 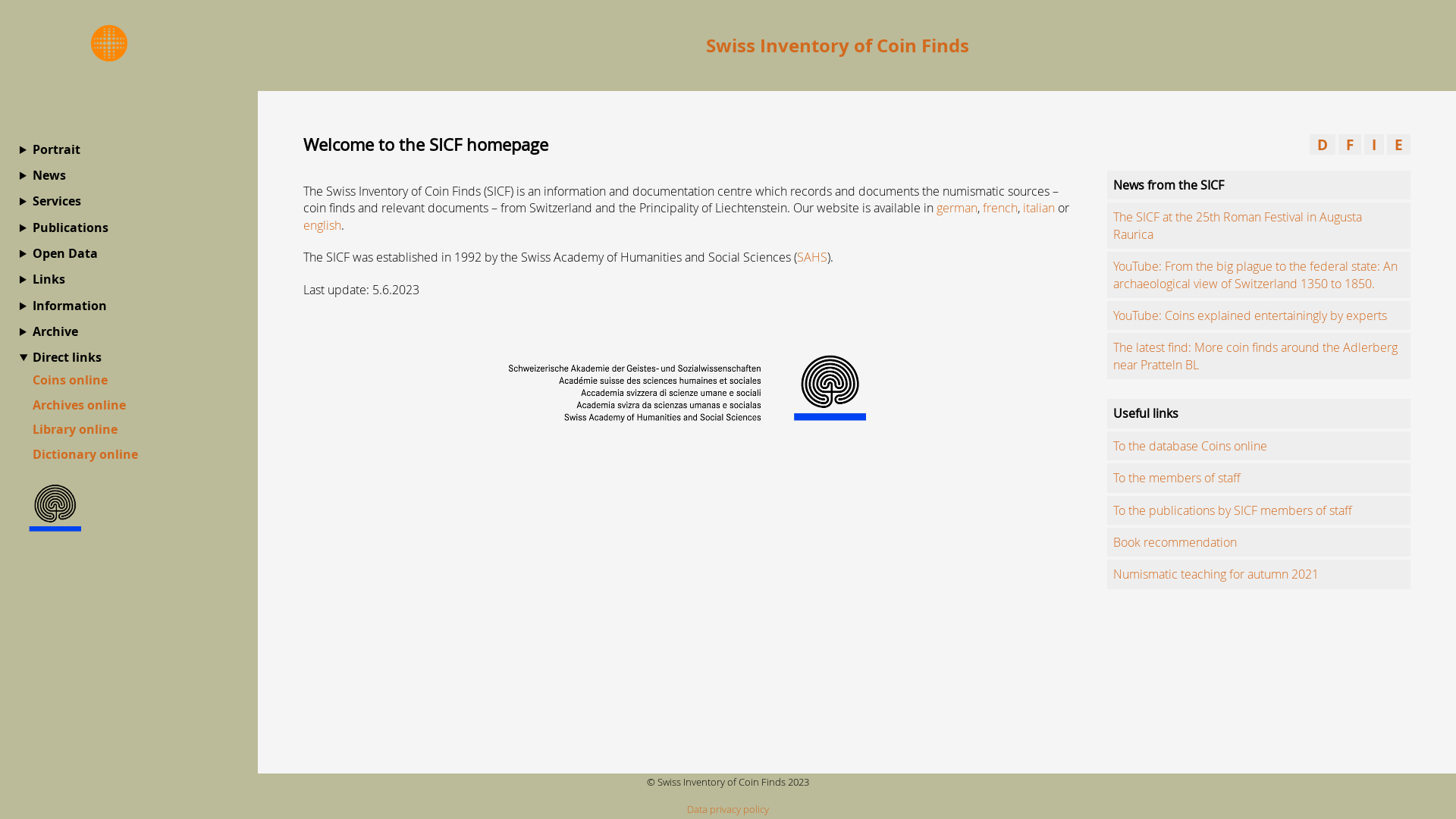 What do you see at coordinates (983, 207) in the screenshot?
I see `'french'` at bounding box center [983, 207].